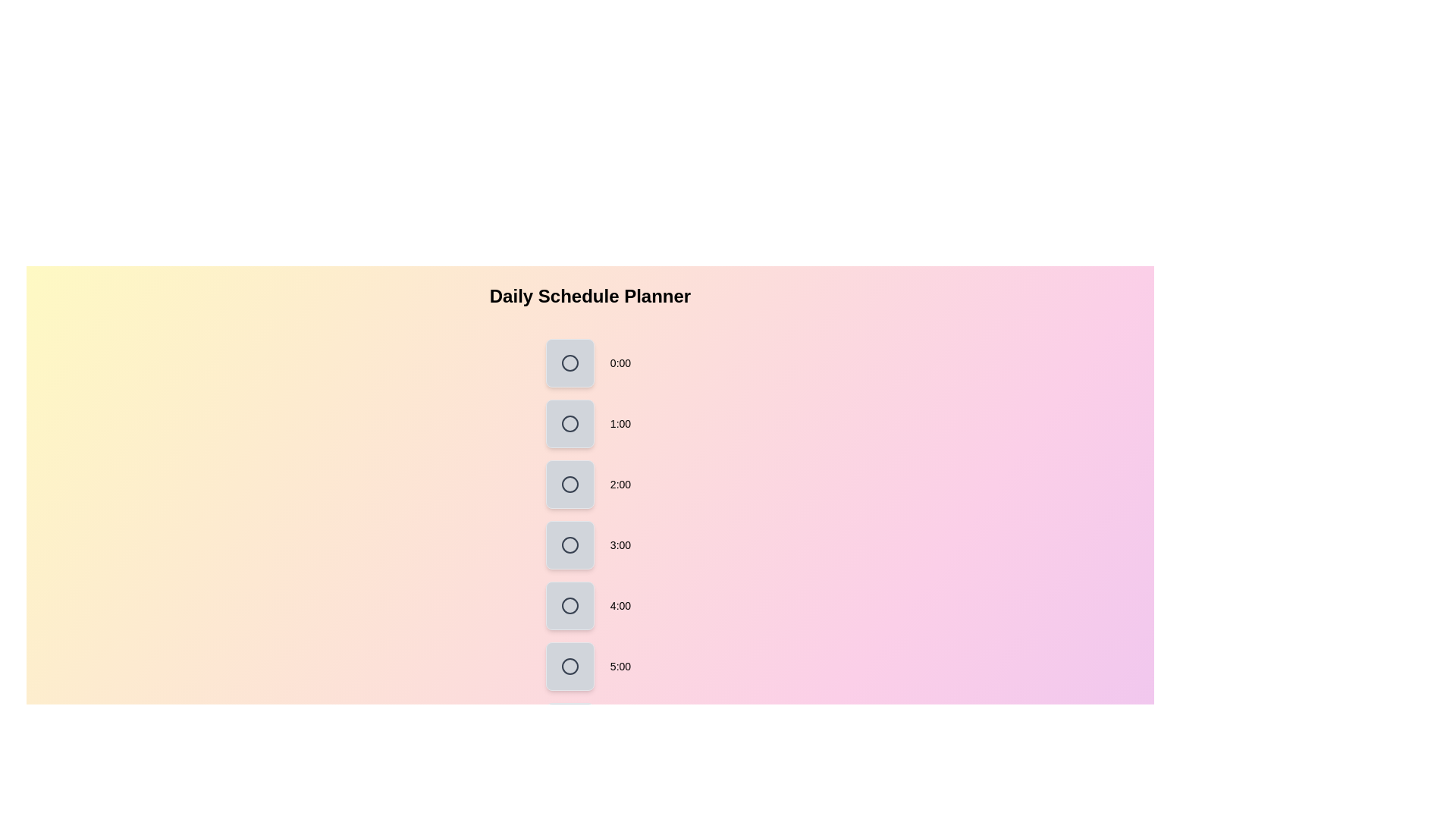 The height and width of the screenshot is (819, 1456). I want to click on the hour block corresponding to 5:00, so click(570, 666).